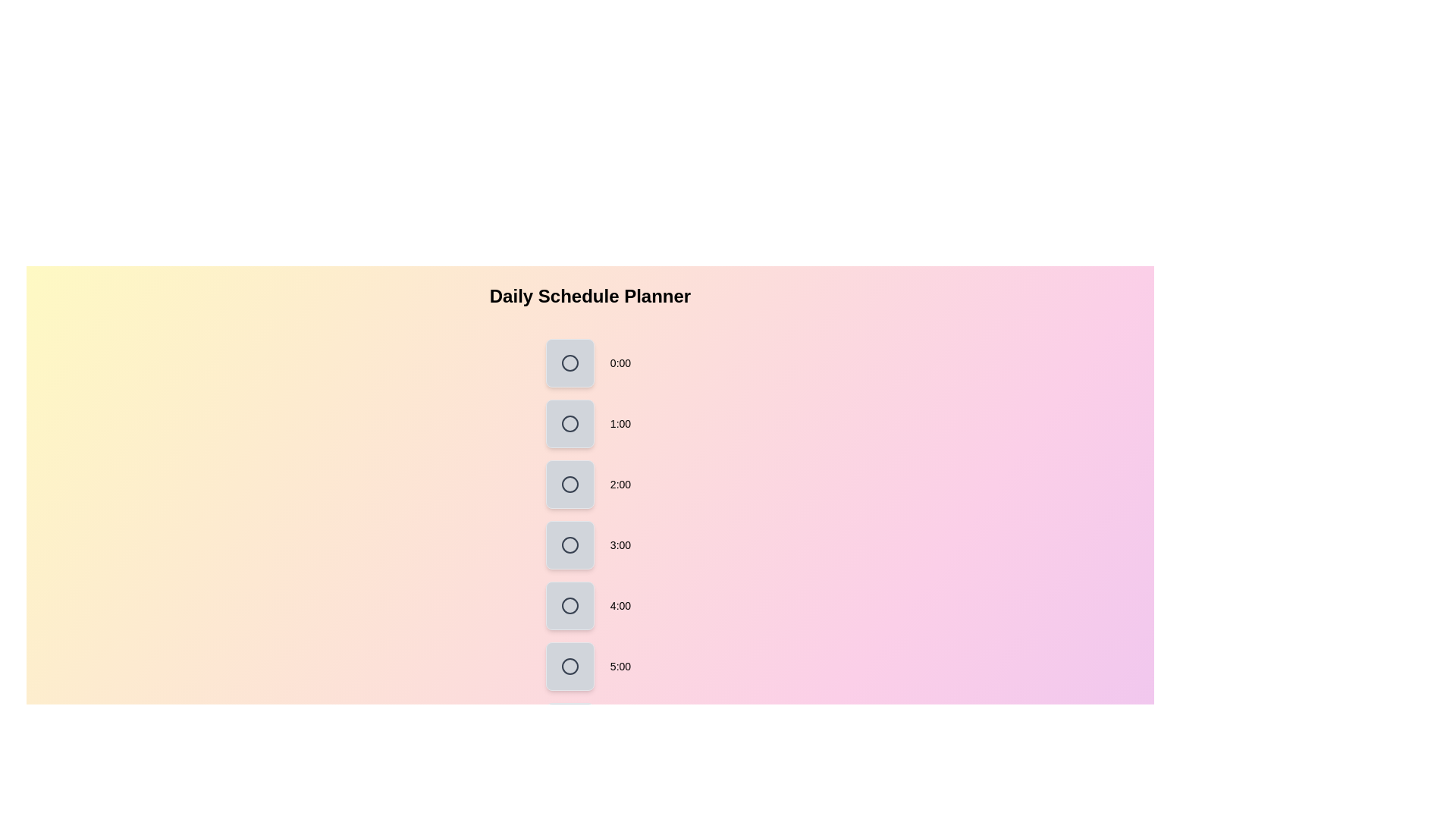 The height and width of the screenshot is (819, 1456). I want to click on the hour block corresponding to 5:00, so click(570, 666).